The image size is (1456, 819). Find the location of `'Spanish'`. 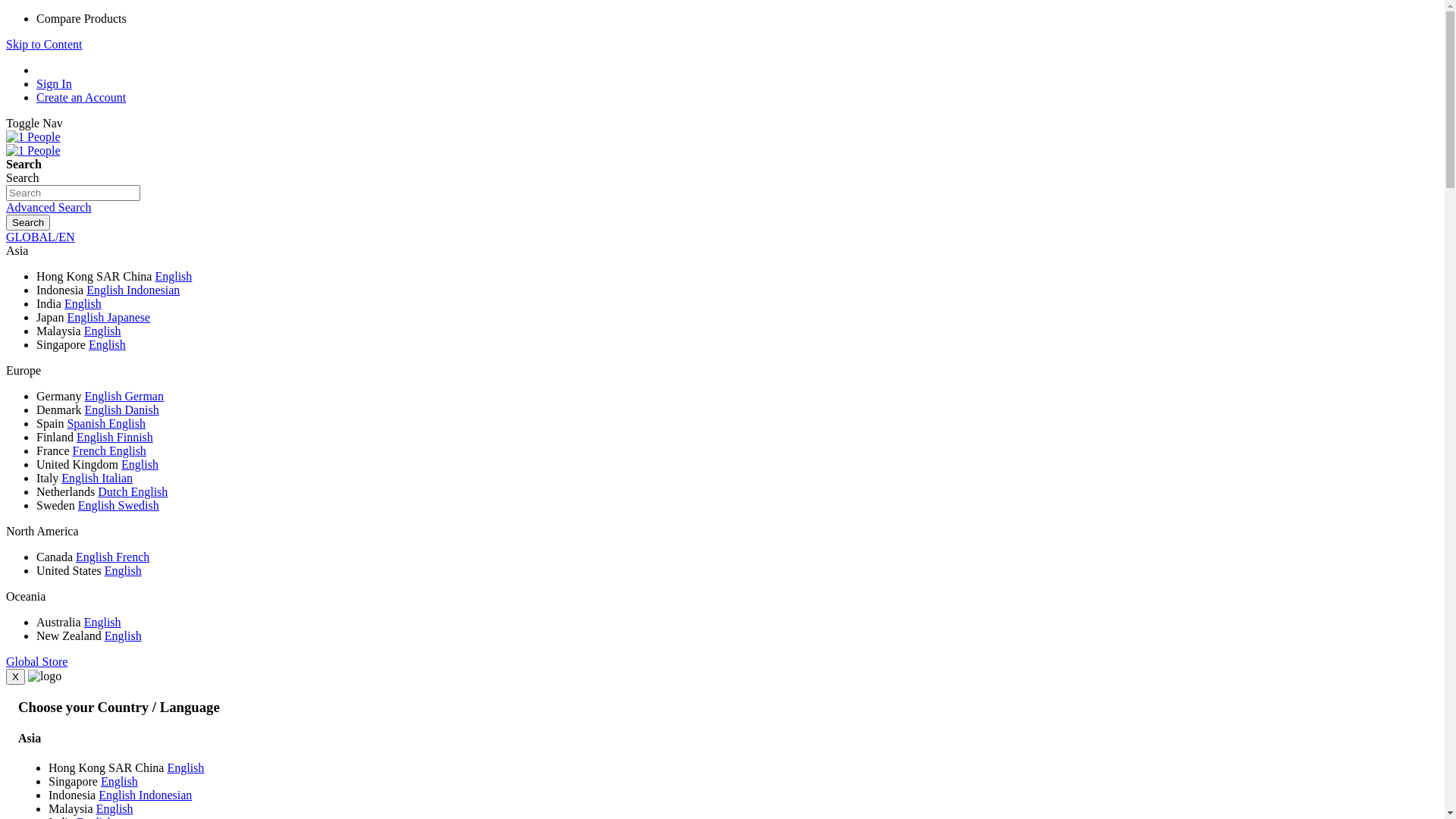

'Spanish' is located at coordinates (86, 423).